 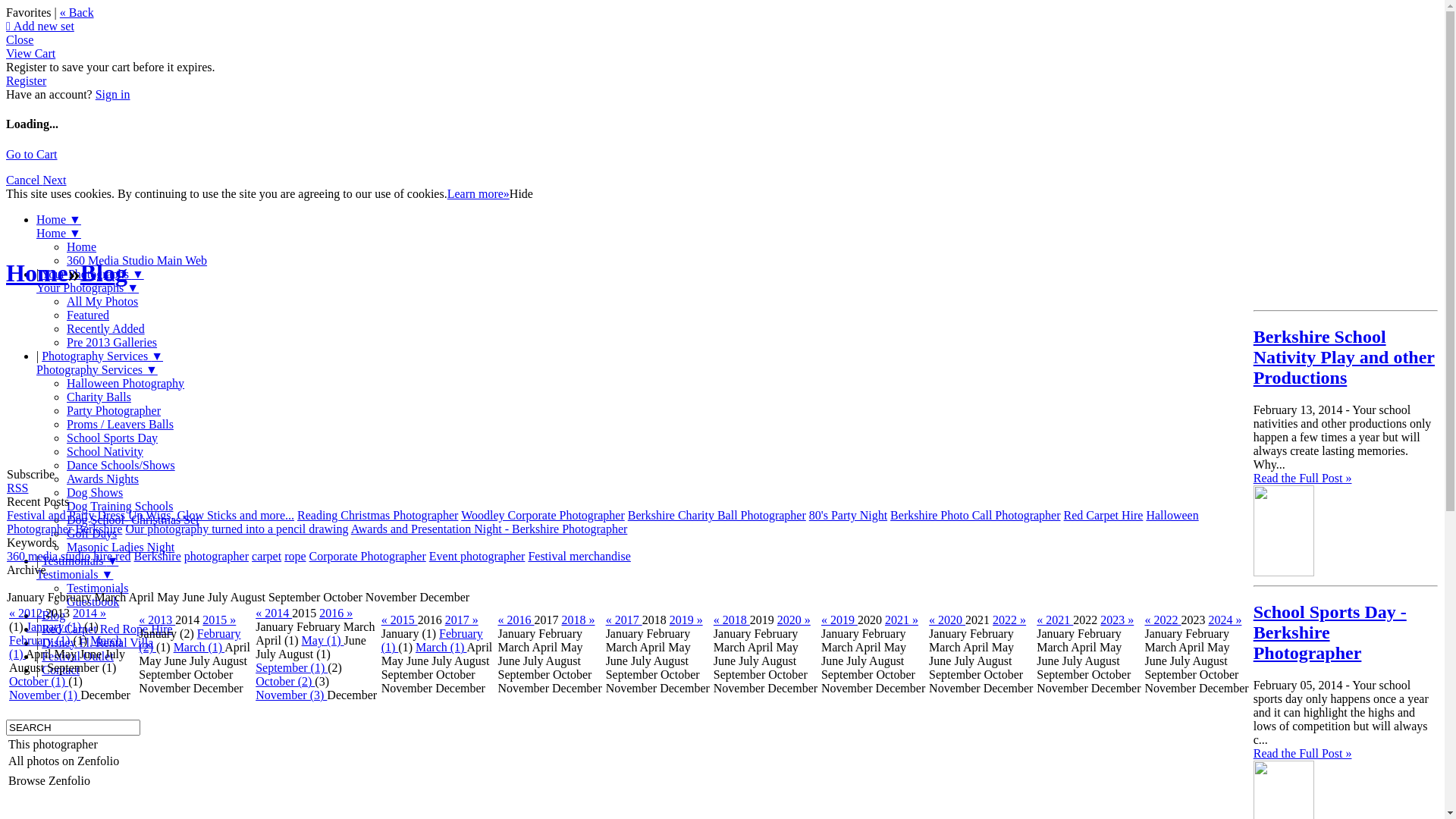 I want to click on 'School Sports Day - Berkshire Photographer', so click(x=1329, y=632).